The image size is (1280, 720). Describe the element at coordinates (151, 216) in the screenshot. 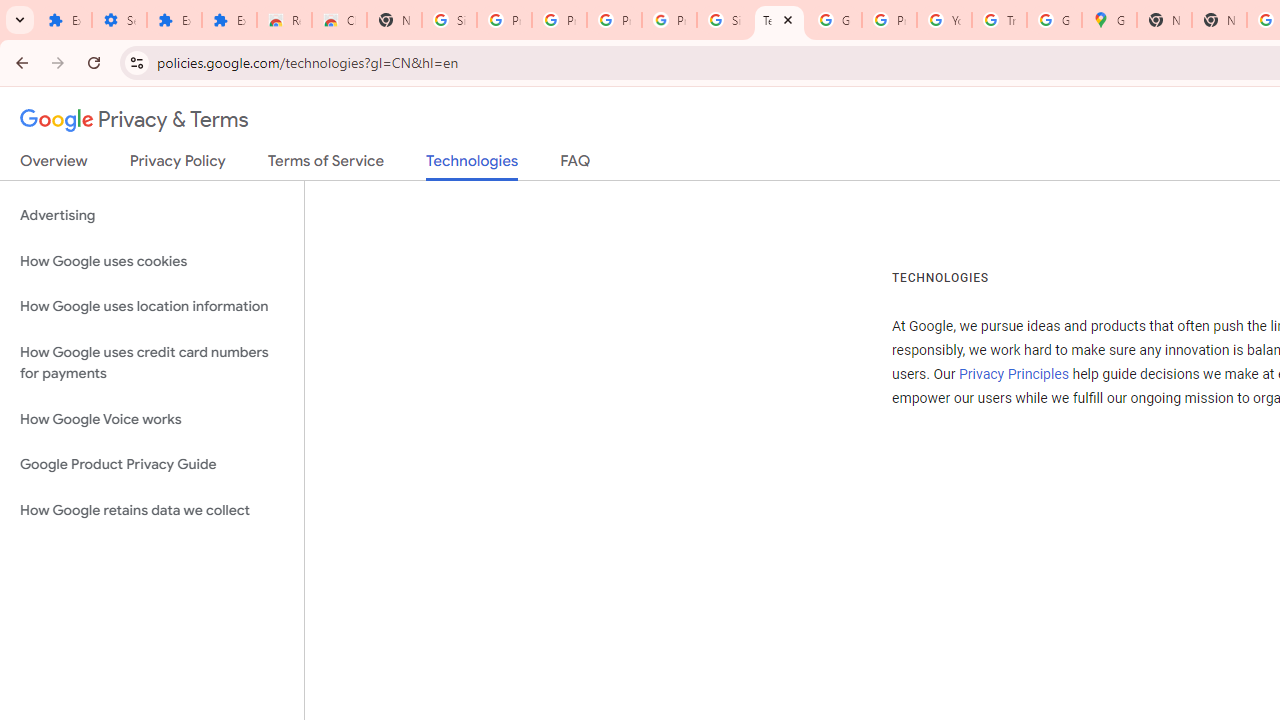

I see `'Advertising'` at that location.